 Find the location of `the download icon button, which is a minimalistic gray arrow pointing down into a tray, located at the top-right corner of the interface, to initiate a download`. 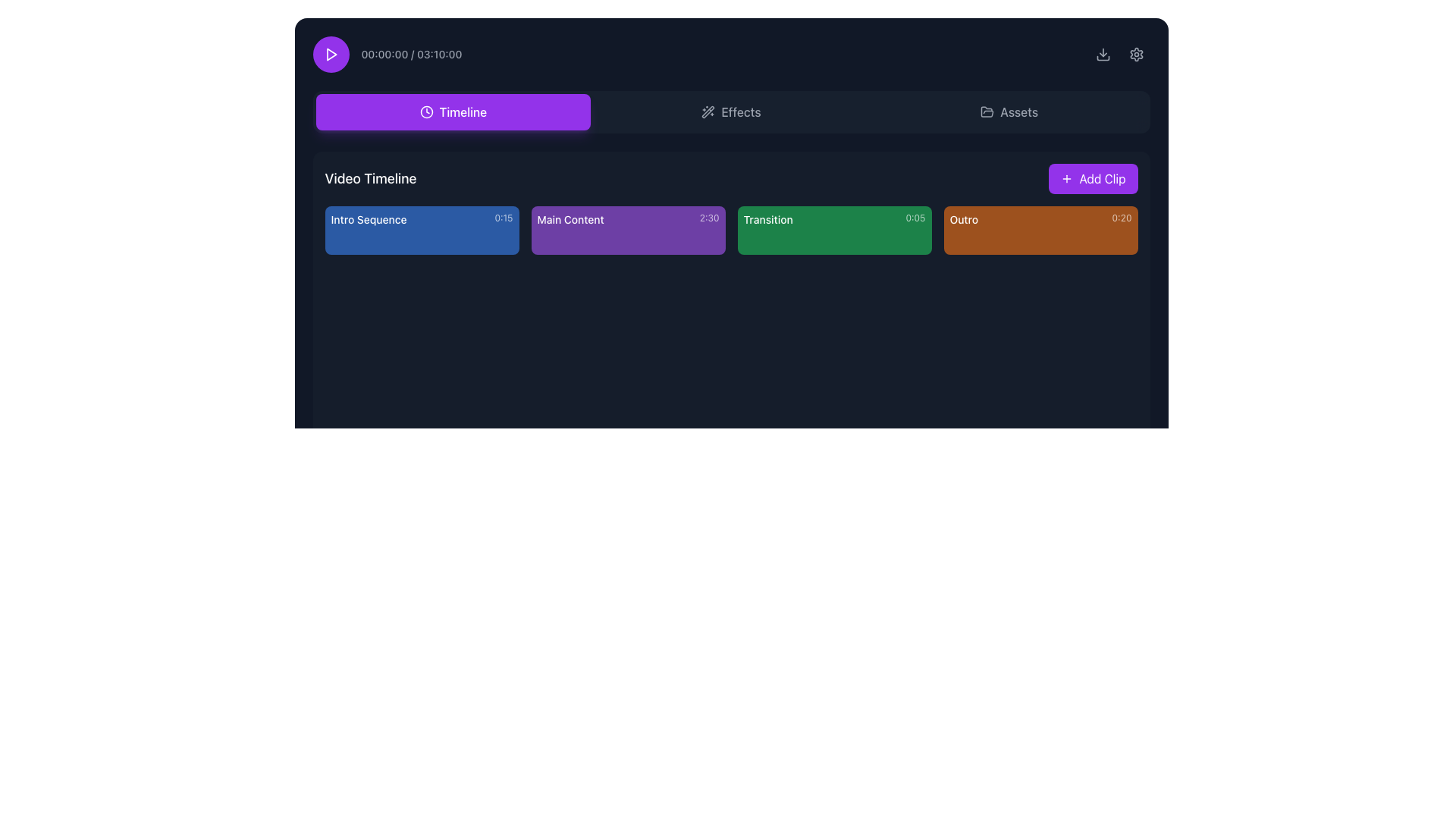

the download icon button, which is a minimalistic gray arrow pointing down into a tray, located at the top-right corner of the interface, to initiate a download is located at coordinates (1103, 54).